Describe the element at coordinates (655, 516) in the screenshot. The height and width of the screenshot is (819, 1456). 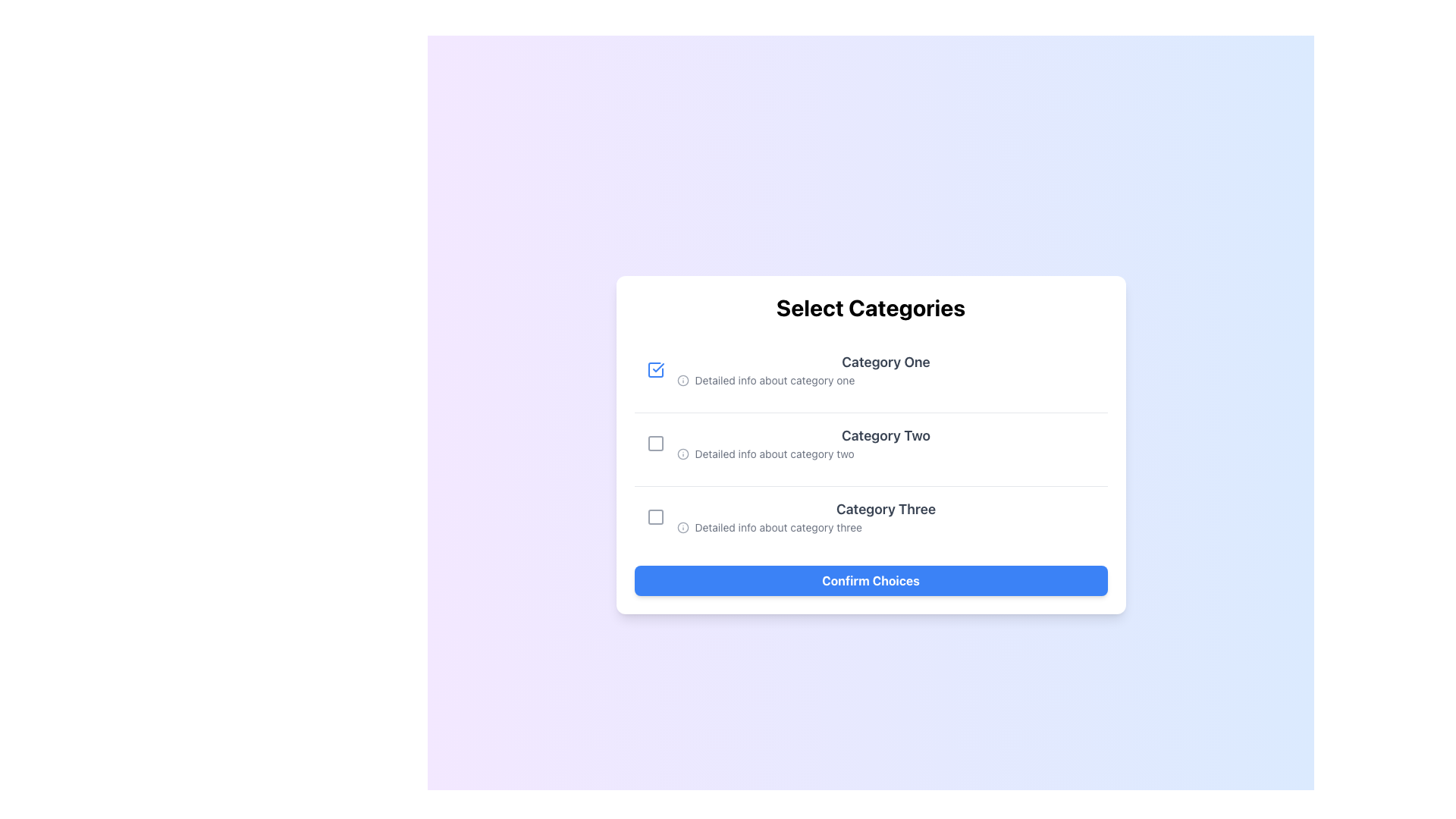
I see `the checkbox that selects or deselects the 'Category Three' option, located to the left of the 'Category Three' title` at that location.